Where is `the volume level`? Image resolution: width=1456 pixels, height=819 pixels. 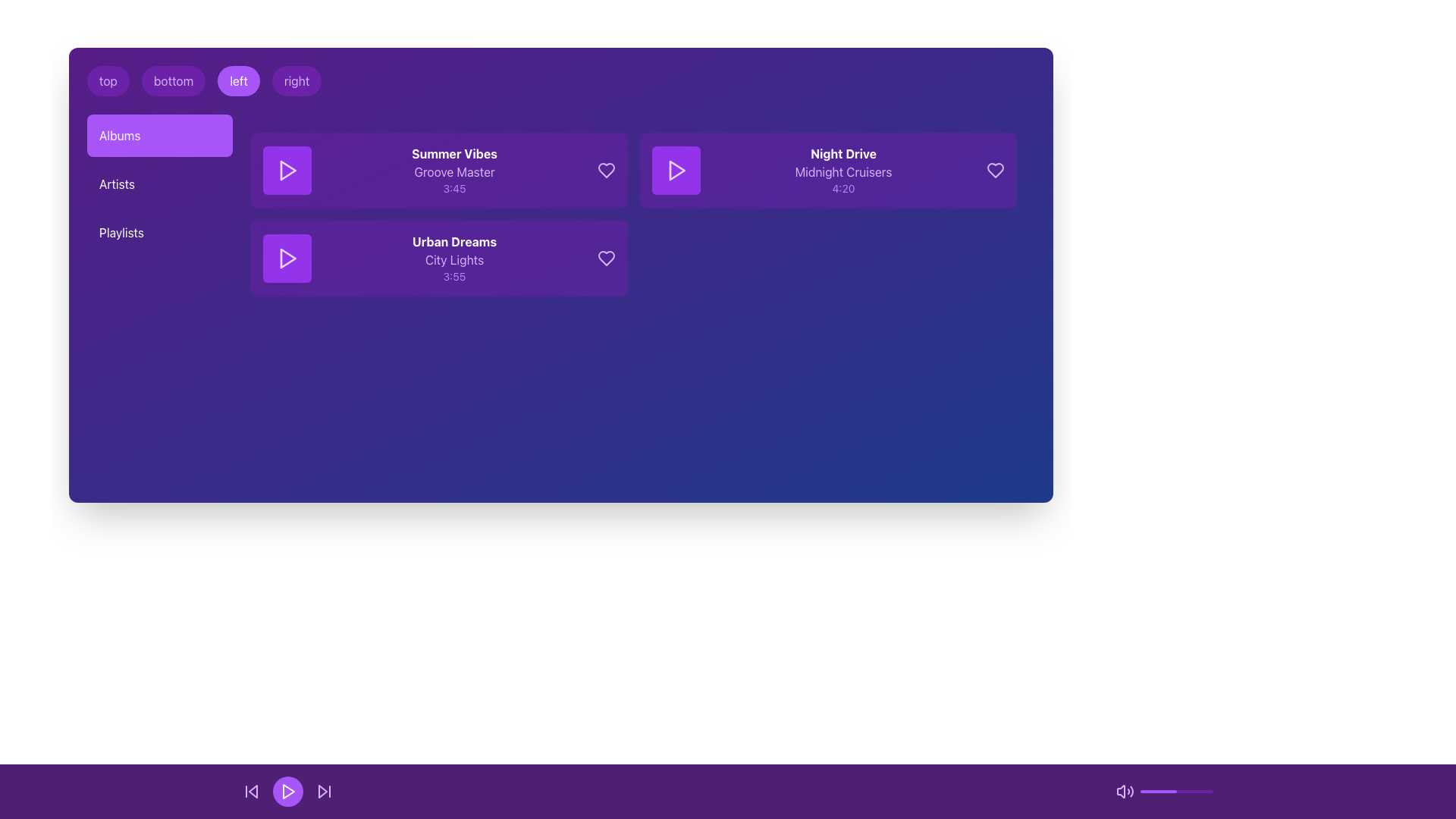 the volume level is located at coordinates (1178, 791).